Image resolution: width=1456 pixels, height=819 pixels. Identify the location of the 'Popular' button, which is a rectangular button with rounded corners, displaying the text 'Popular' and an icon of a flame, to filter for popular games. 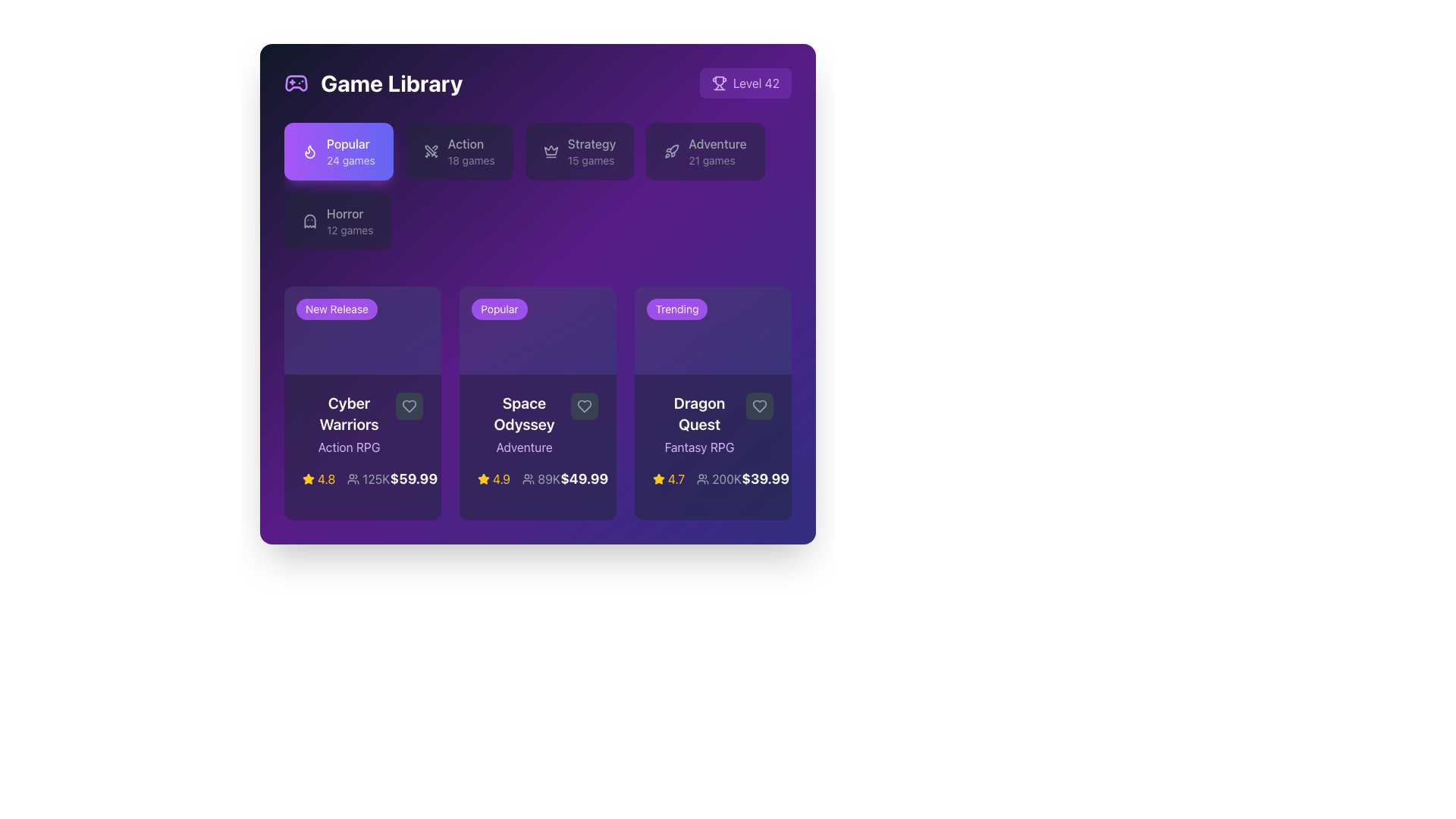
(337, 152).